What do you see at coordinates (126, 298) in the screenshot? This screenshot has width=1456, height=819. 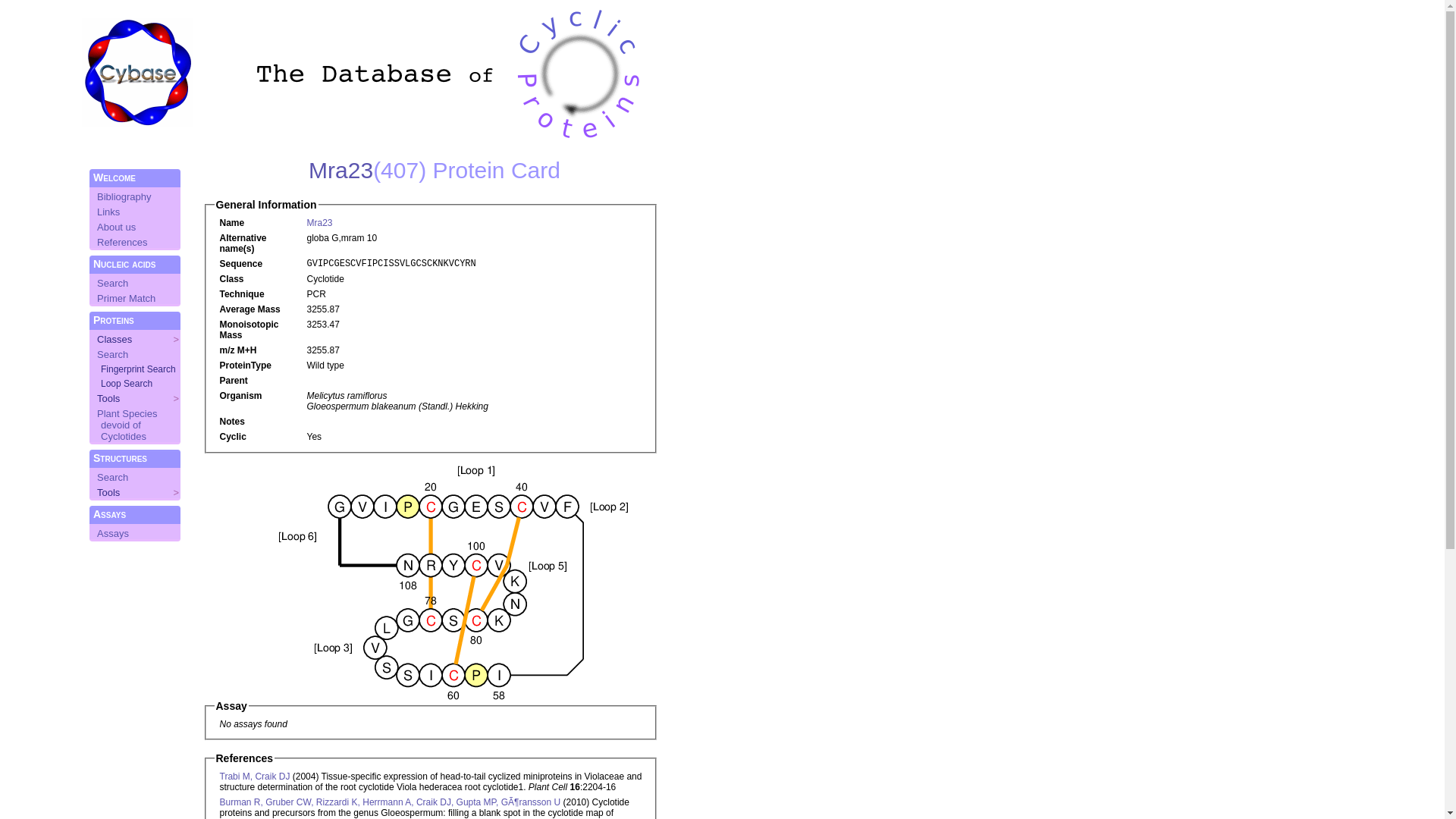 I see `'Primer Match'` at bounding box center [126, 298].